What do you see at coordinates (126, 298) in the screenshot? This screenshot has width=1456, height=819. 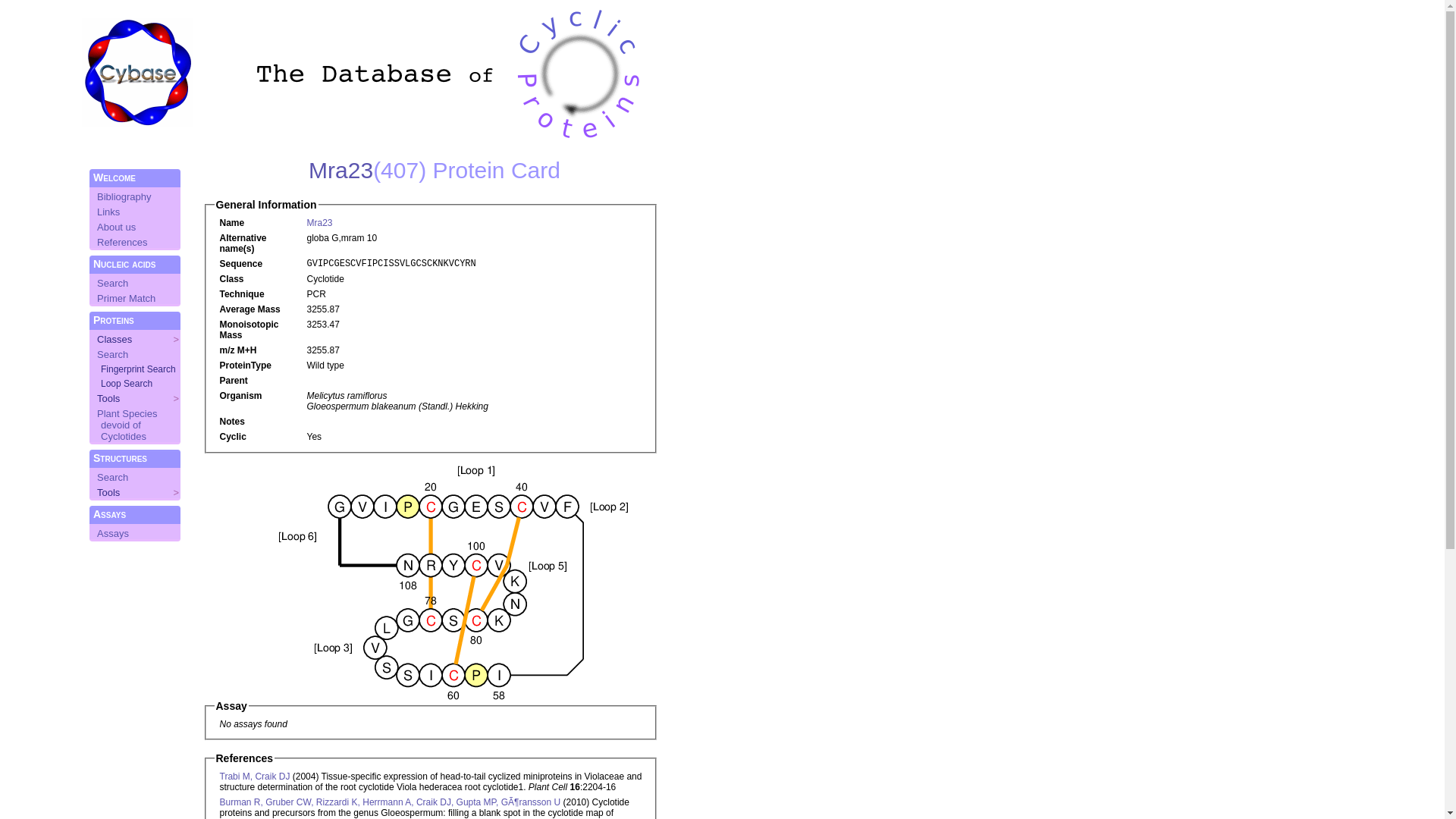 I see `'Primer Match'` at bounding box center [126, 298].